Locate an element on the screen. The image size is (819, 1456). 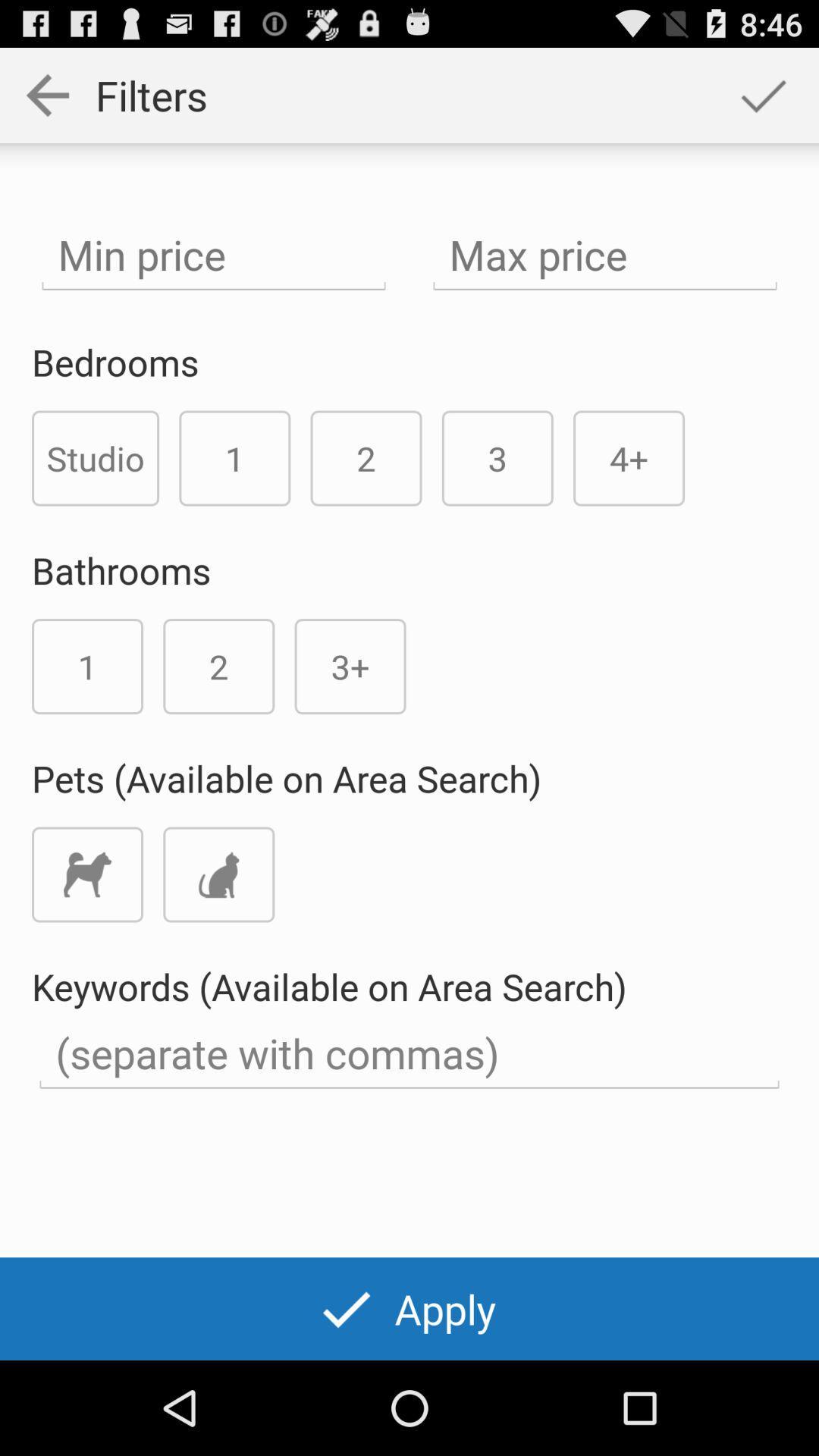
the item to the right of the 3 icon is located at coordinates (629, 457).